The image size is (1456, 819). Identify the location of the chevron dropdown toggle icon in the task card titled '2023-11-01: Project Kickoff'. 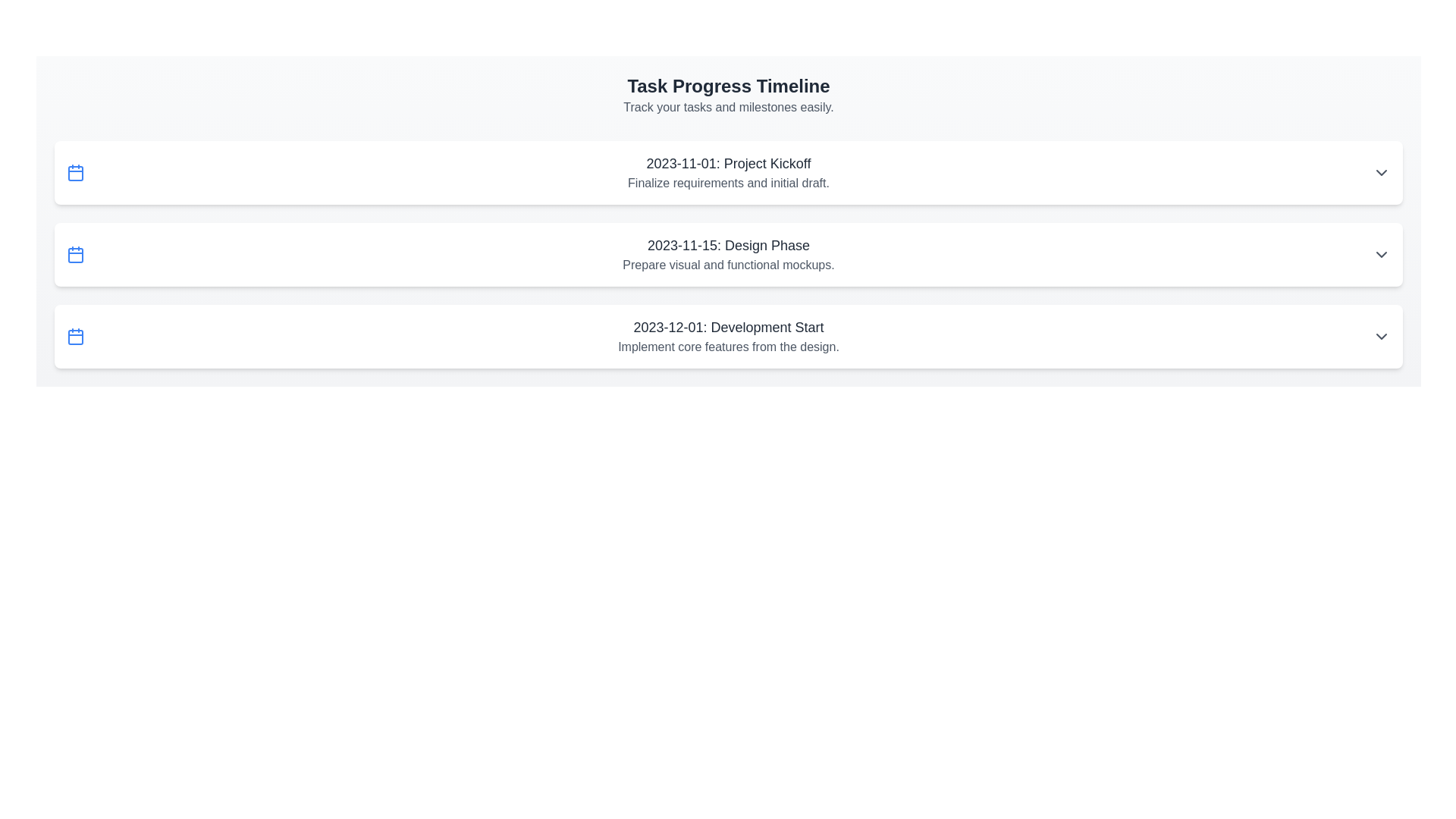
(1382, 171).